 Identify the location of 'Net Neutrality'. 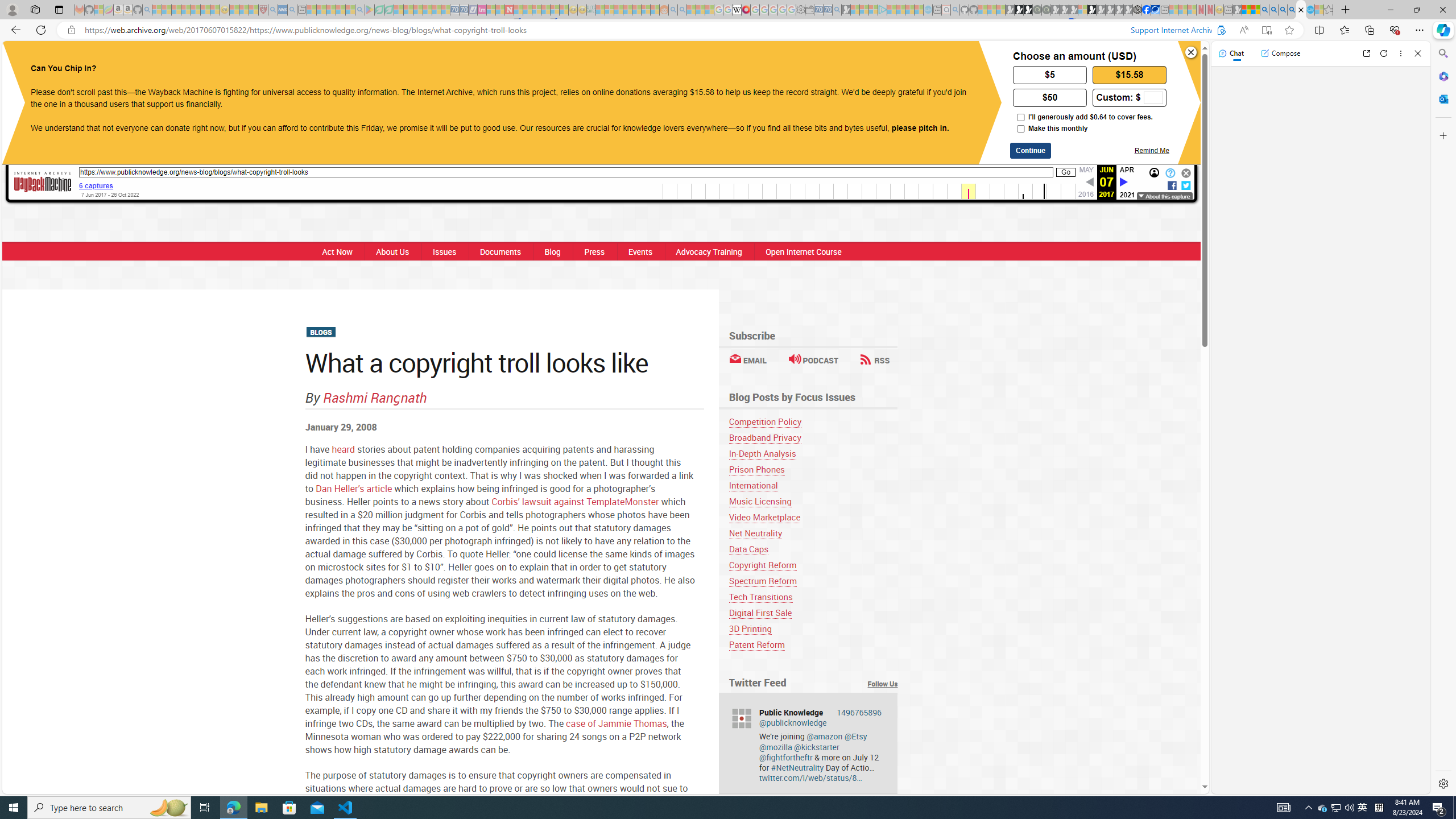
(755, 533).